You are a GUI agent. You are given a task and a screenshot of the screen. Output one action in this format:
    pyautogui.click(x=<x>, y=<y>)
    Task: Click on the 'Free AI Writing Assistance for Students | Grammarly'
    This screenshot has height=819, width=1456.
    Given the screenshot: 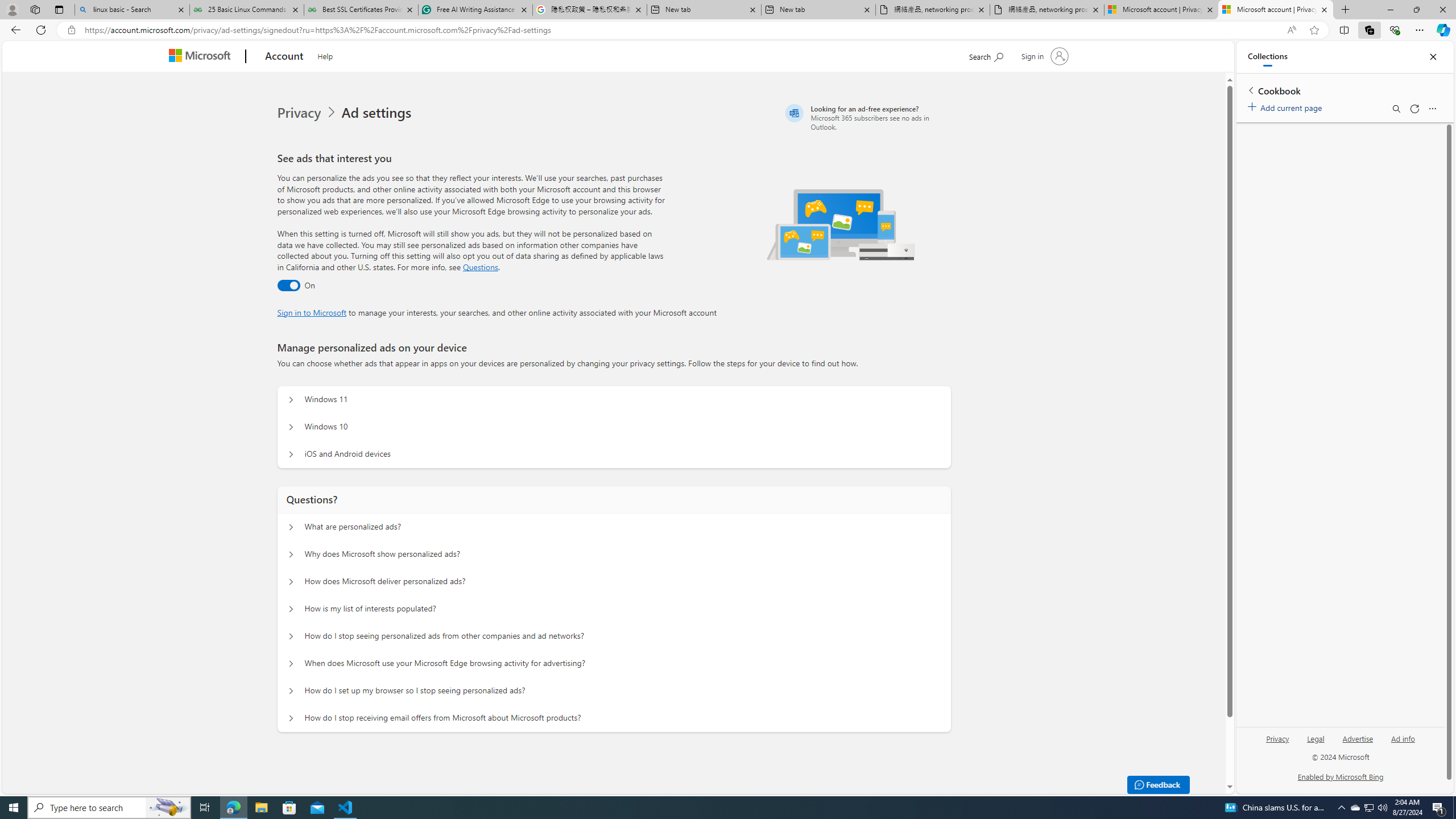 What is the action you would take?
    pyautogui.click(x=475, y=9)
    